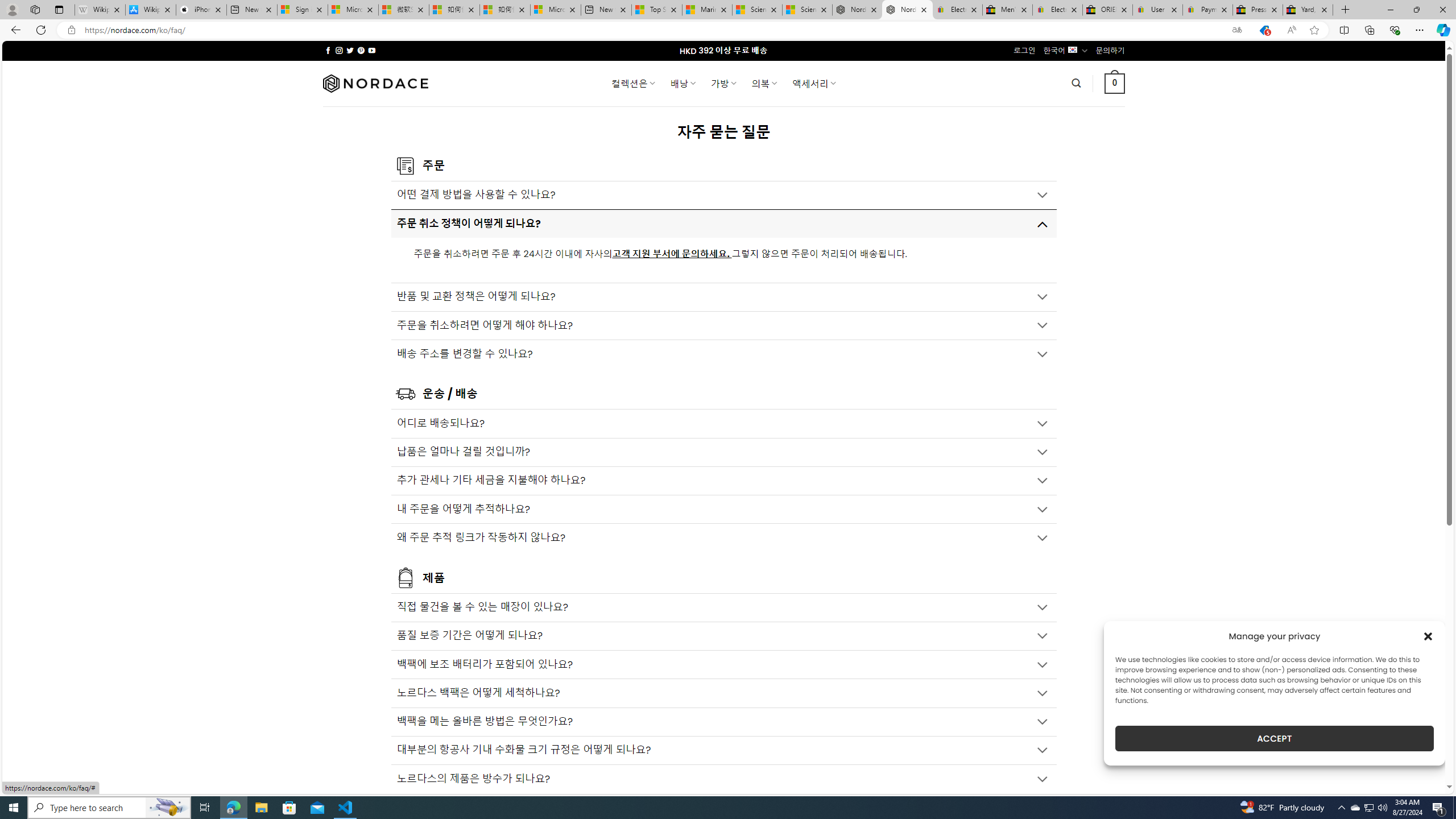 Image resolution: width=1456 pixels, height=819 pixels. What do you see at coordinates (201, 9) in the screenshot?
I see `'iPhone - Apple'` at bounding box center [201, 9].